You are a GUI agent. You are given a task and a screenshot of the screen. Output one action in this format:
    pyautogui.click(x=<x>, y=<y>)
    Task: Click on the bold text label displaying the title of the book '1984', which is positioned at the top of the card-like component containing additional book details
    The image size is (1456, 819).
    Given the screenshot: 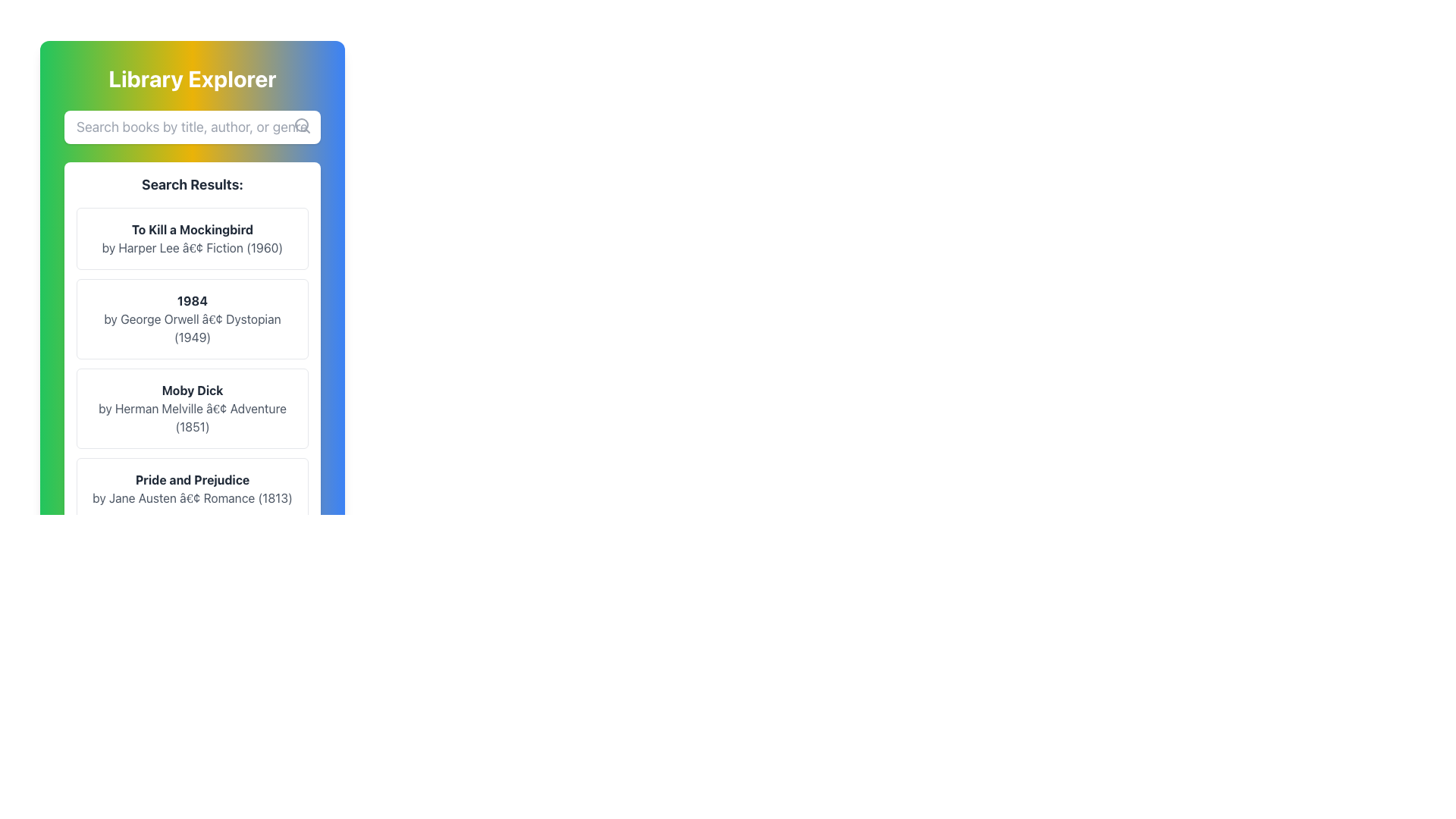 What is the action you would take?
    pyautogui.click(x=192, y=301)
    